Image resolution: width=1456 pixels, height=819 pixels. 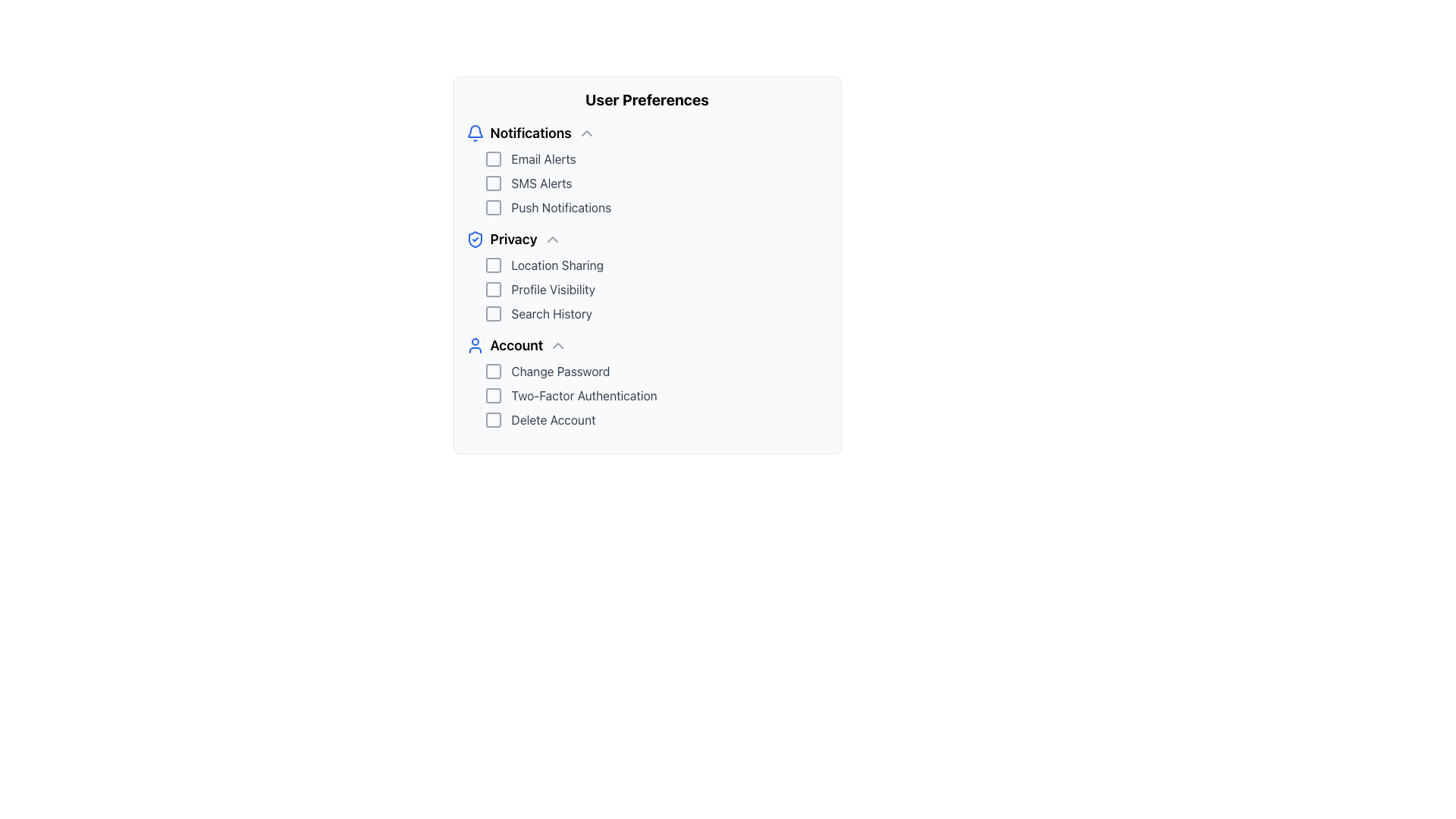 What do you see at coordinates (647, 394) in the screenshot?
I see `contents of the text list located under the 'Account' section in the 'User Preferences' interface, which includes 'Change Password', 'Two-Factor Authentication', and 'Delete Account'` at bounding box center [647, 394].